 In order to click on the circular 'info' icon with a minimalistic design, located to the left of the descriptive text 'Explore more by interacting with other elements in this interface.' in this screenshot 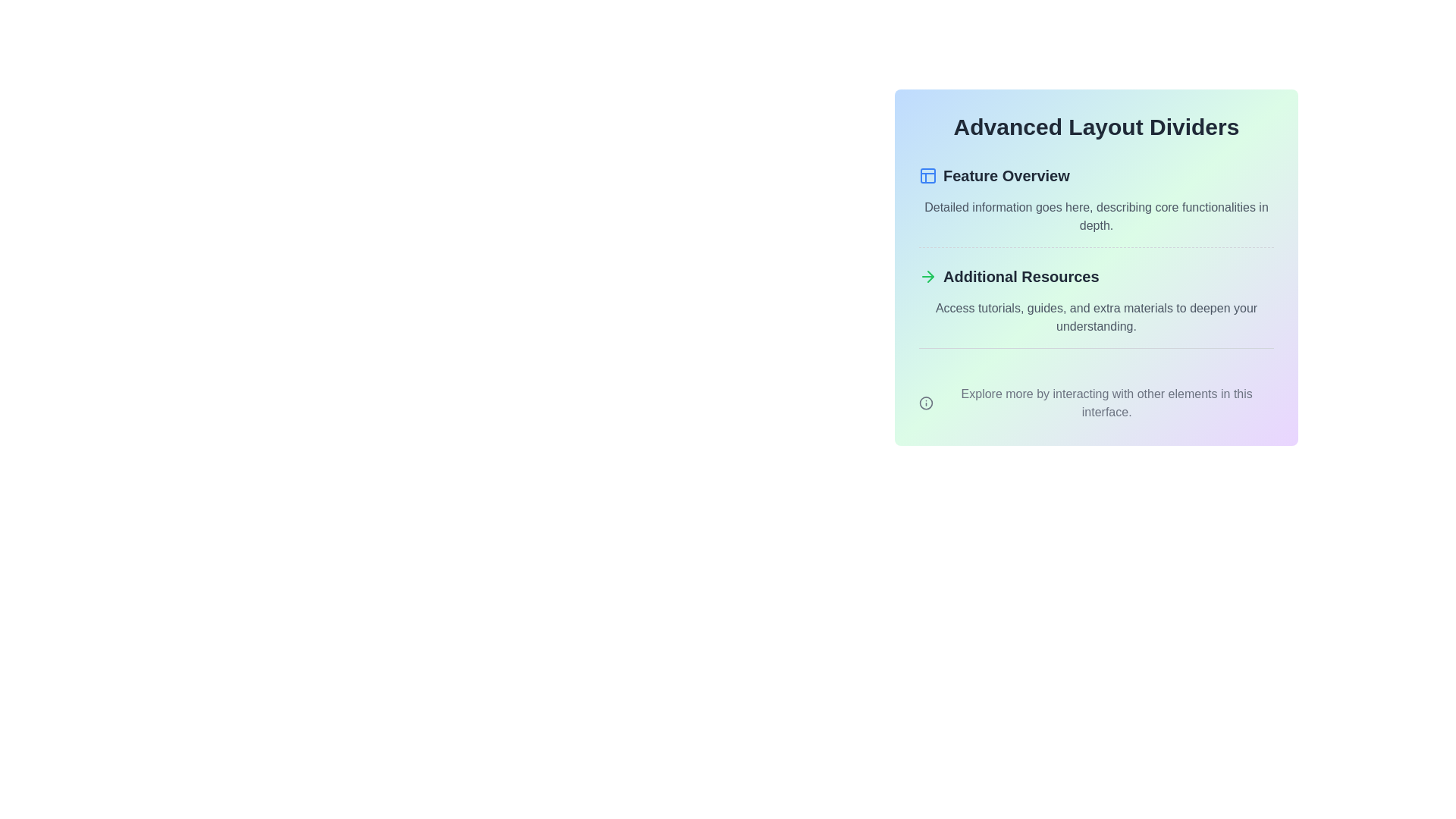, I will do `click(925, 403)`.